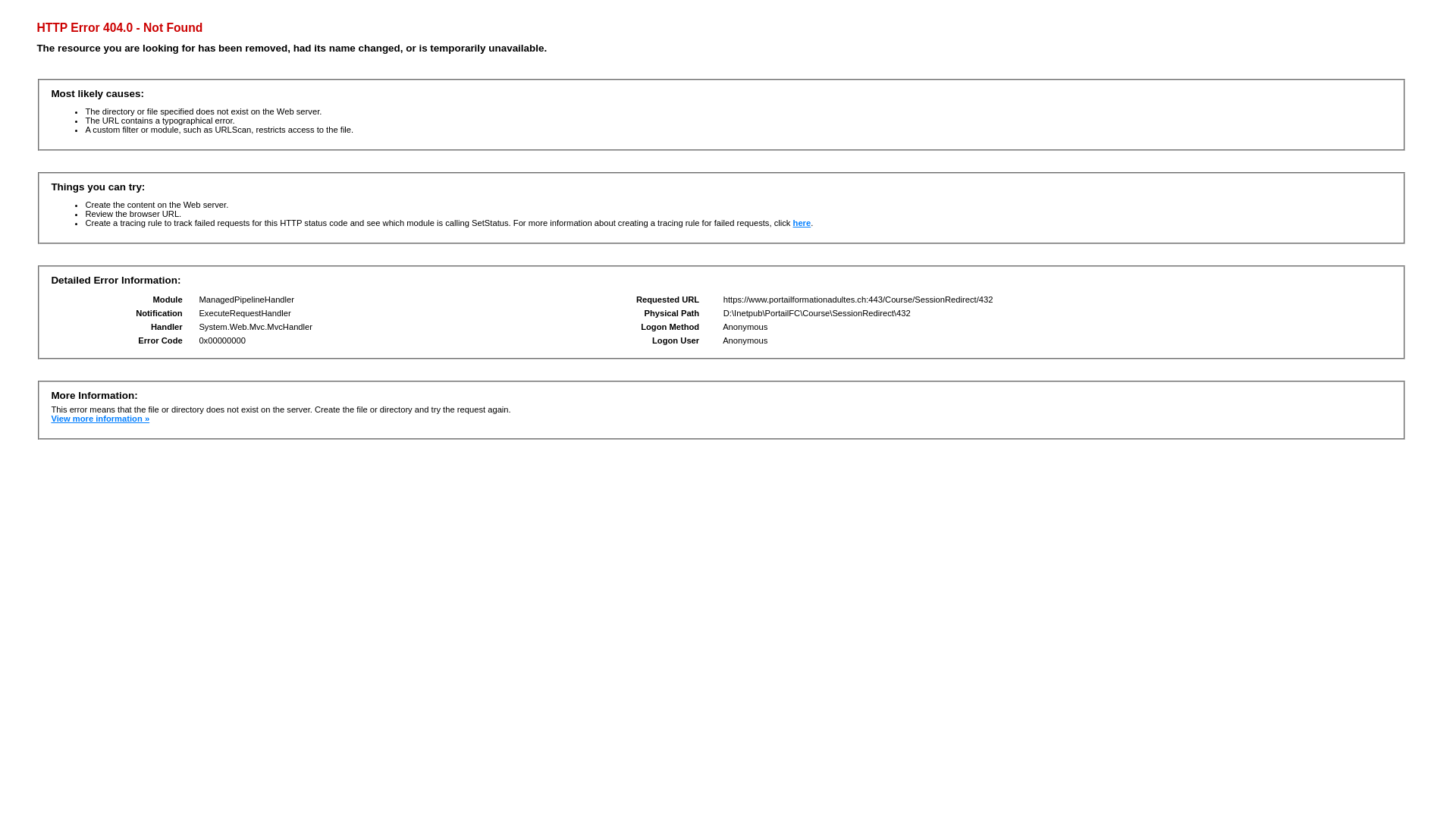 This screenshot has width=1456, height=819. What do you see at coordinates (801, 222) in the screenshot?
I see `'here'` at bounding box center [801, 222].